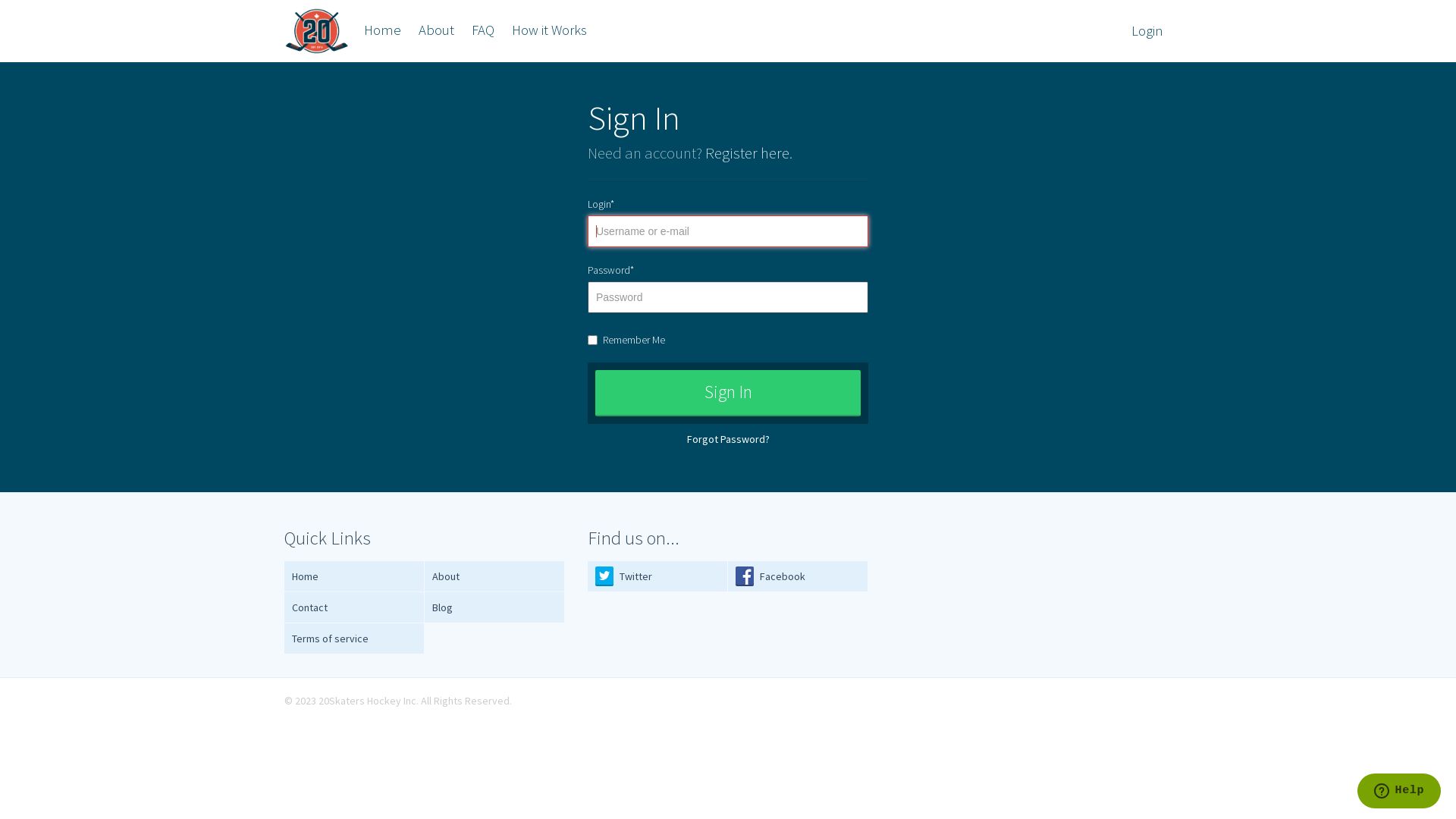  What do you see at coordinates (657, 576) in the screenshot?
I see `'Twitter'` at bounding box center [657, 576].